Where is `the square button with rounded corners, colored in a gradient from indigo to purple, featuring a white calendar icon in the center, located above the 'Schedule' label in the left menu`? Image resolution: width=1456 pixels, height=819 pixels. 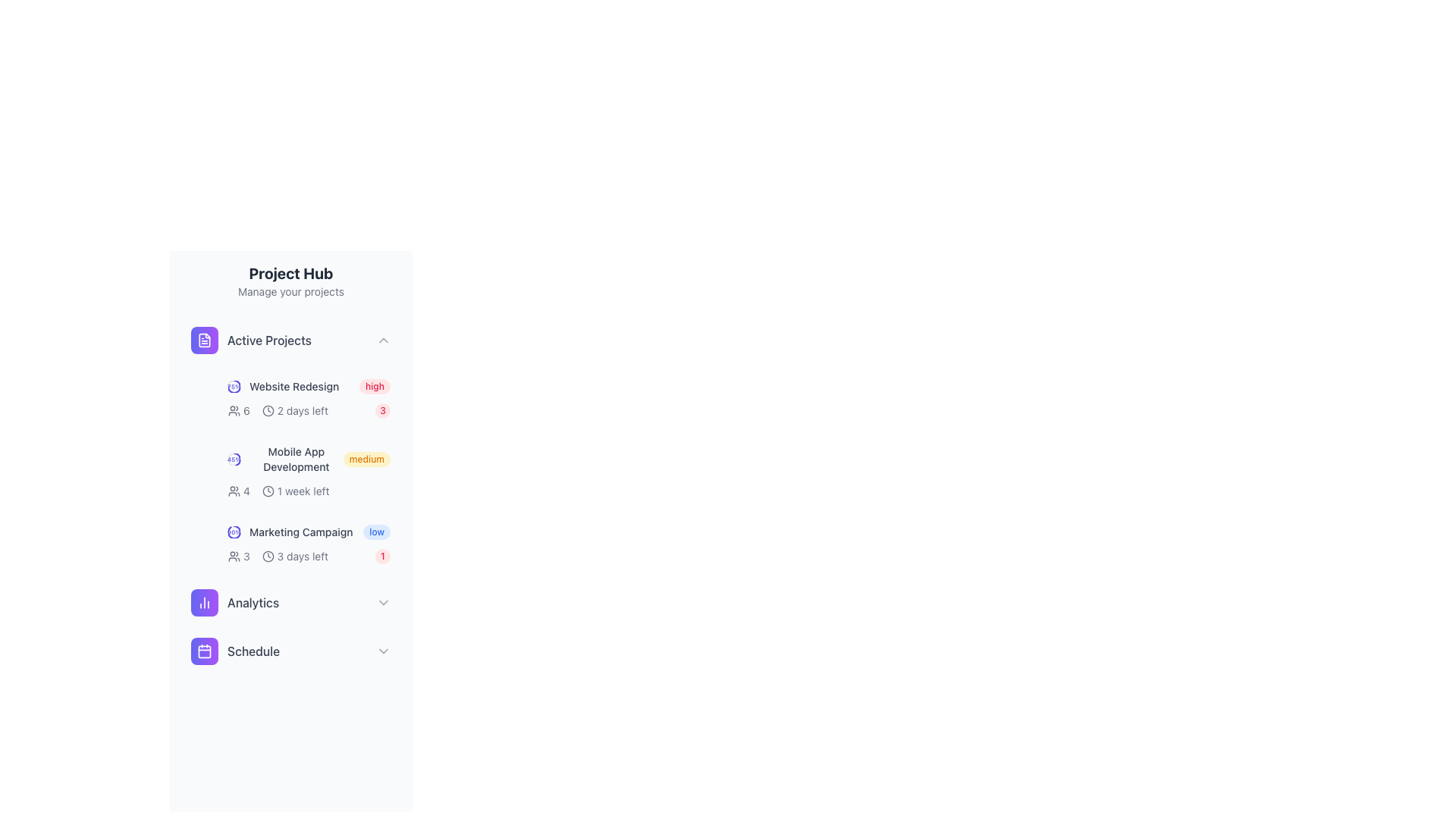
the square button with rounded corners, colored in a gradient from indigo to purple, featuring a white calendar icon in the center, located above the 'Schedule' label in the left menu is located at coordinates (203, 651).